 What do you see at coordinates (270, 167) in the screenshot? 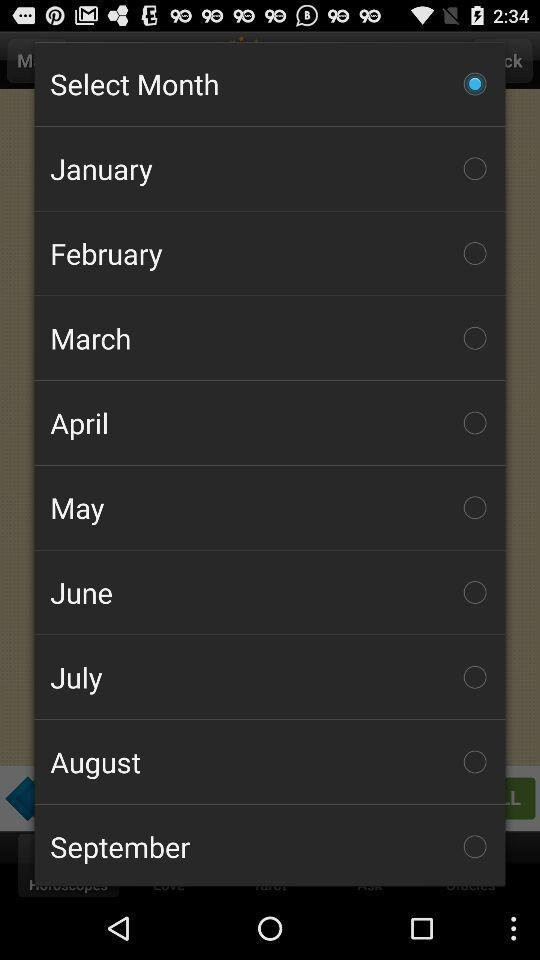
I see `the january checkbox` at bounding box center [270, 167].